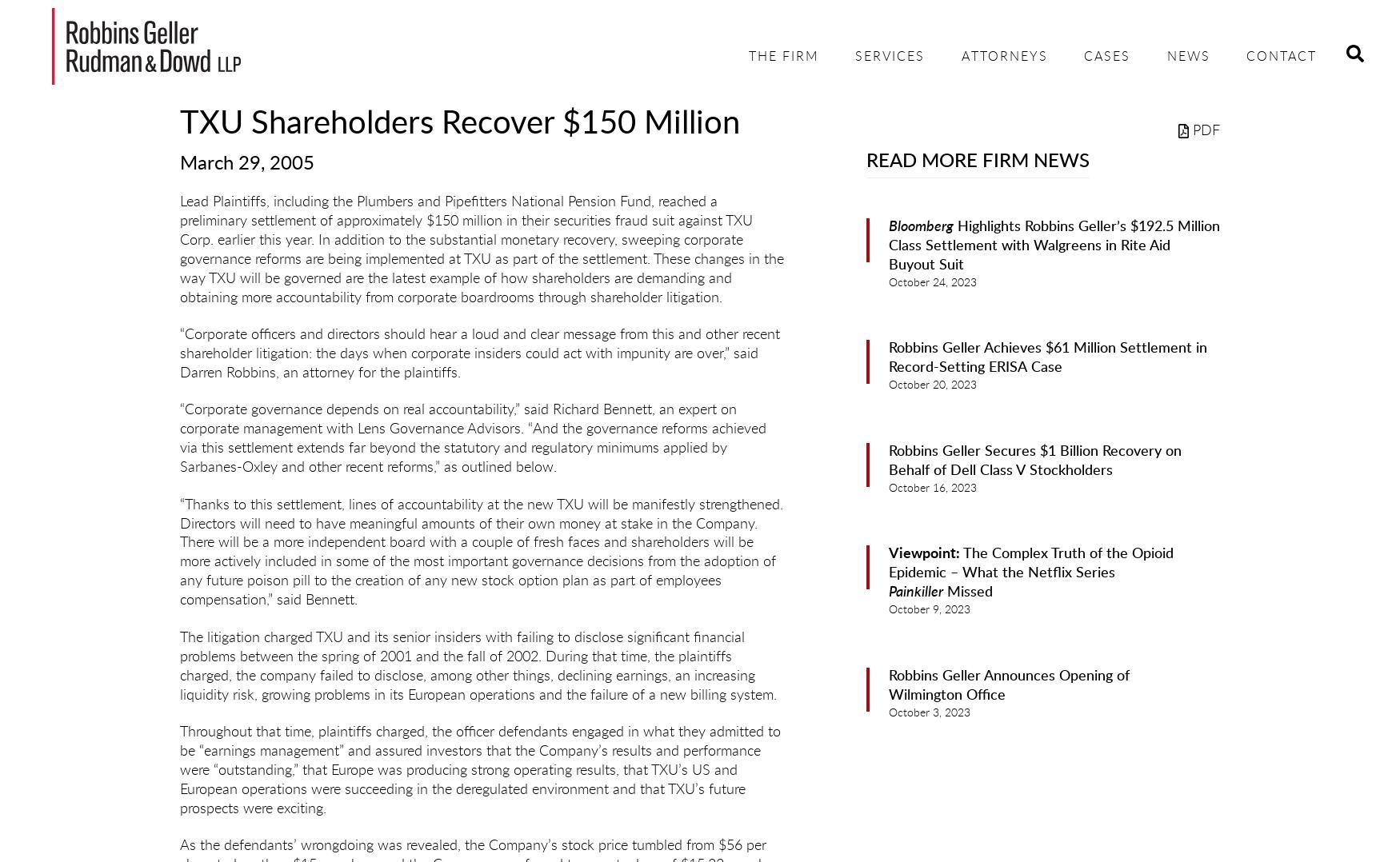  What do you see at coordinates (929, 610) in the screenshot?
I see `'October 9, 2023'` at bounding box center [929, 610].